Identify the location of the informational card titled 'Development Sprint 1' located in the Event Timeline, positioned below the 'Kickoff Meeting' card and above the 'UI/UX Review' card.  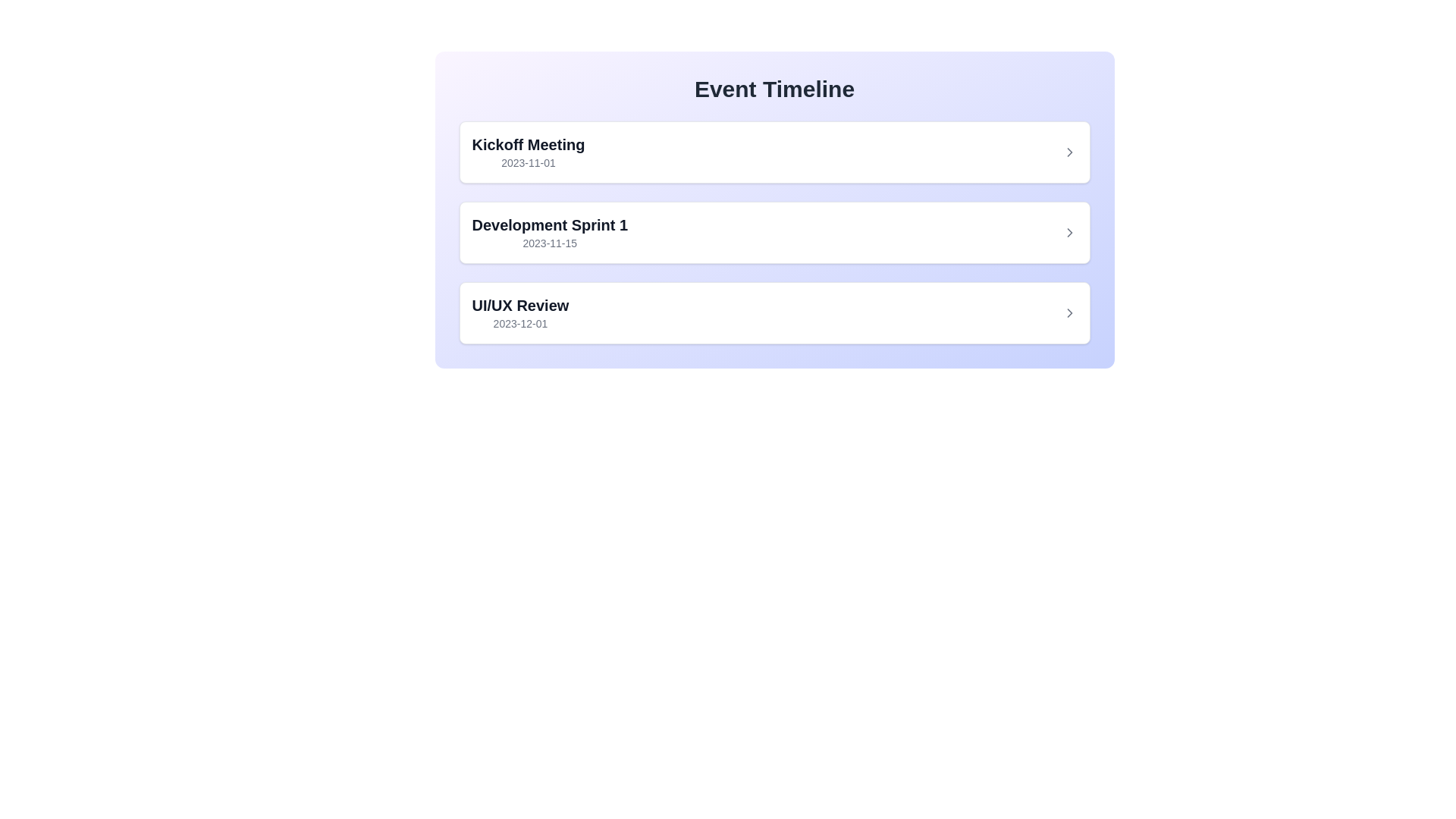
(774, 233).